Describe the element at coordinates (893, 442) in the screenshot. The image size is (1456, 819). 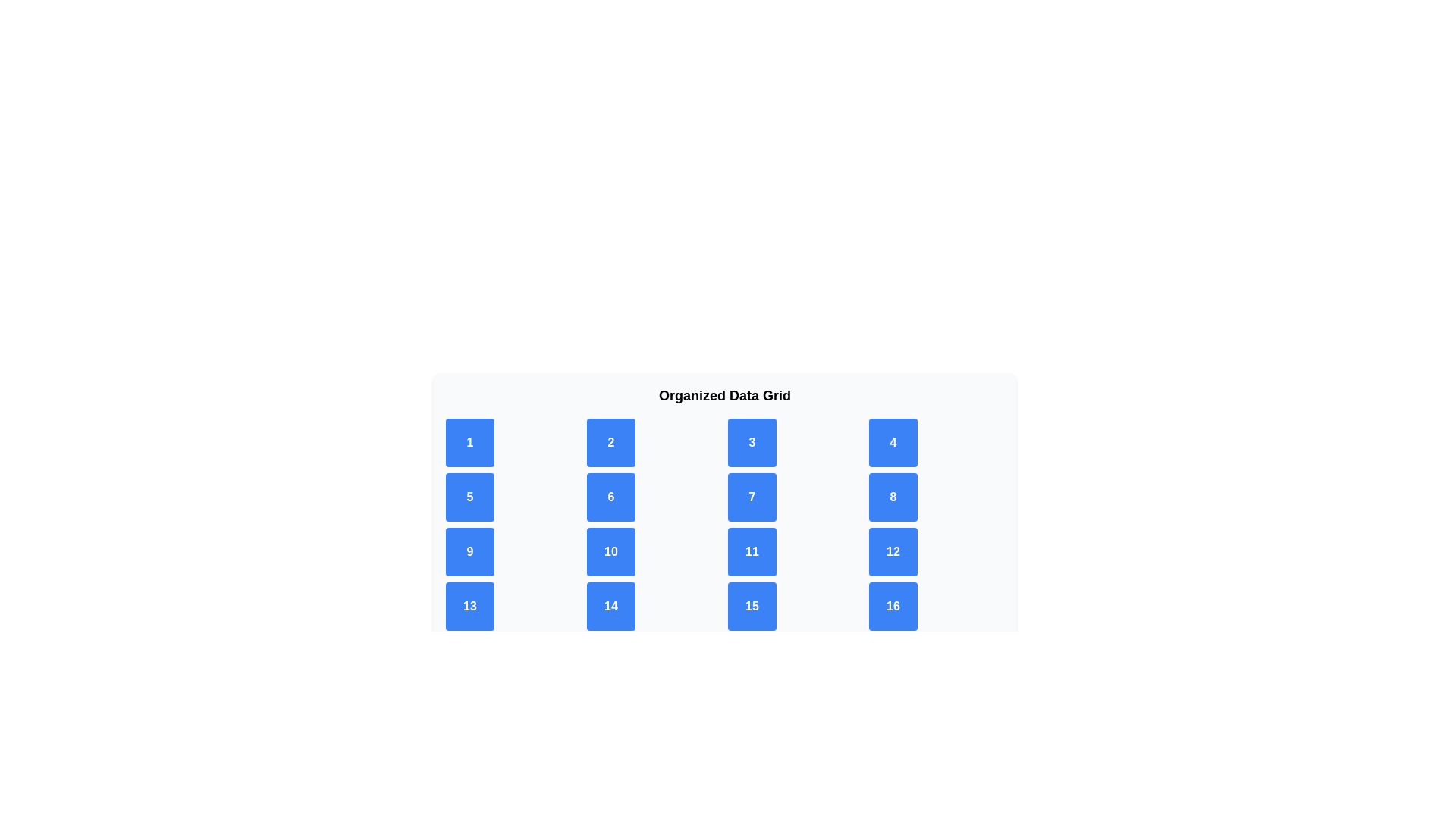
I see `the button in the first row and fourth column that is associated with the number '4'` at that location.